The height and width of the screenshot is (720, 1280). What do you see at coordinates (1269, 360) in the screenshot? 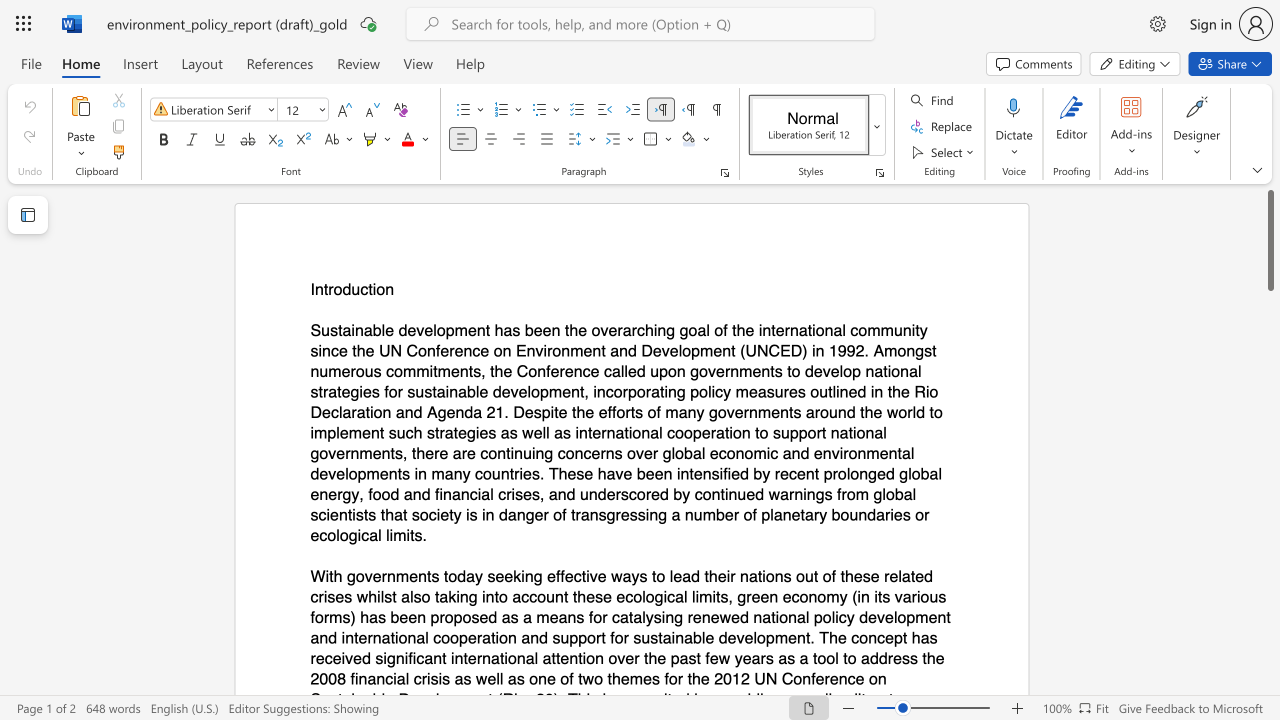
I see `the scrollbar on the right to shift the page lower` at bounding box center [1269, 360].